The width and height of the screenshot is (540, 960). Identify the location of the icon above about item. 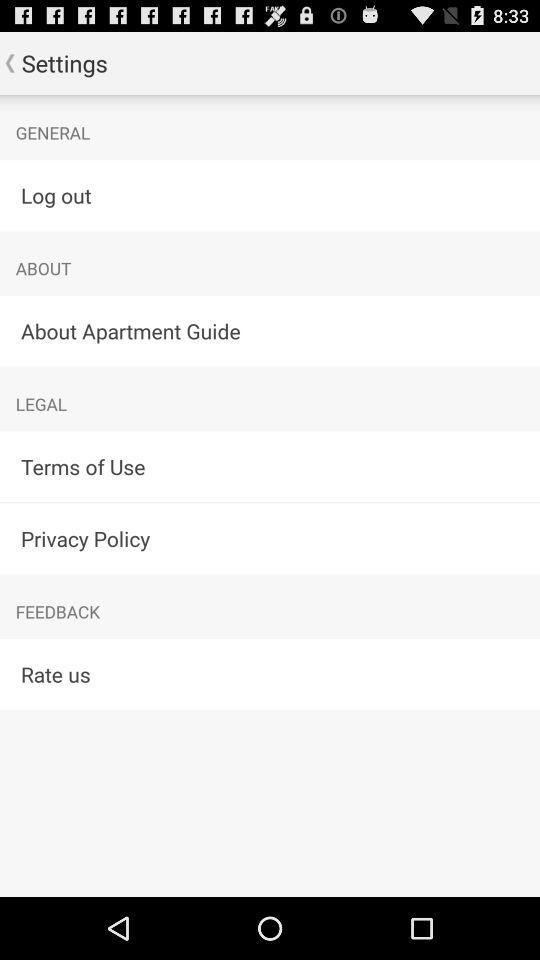
(270, 194).